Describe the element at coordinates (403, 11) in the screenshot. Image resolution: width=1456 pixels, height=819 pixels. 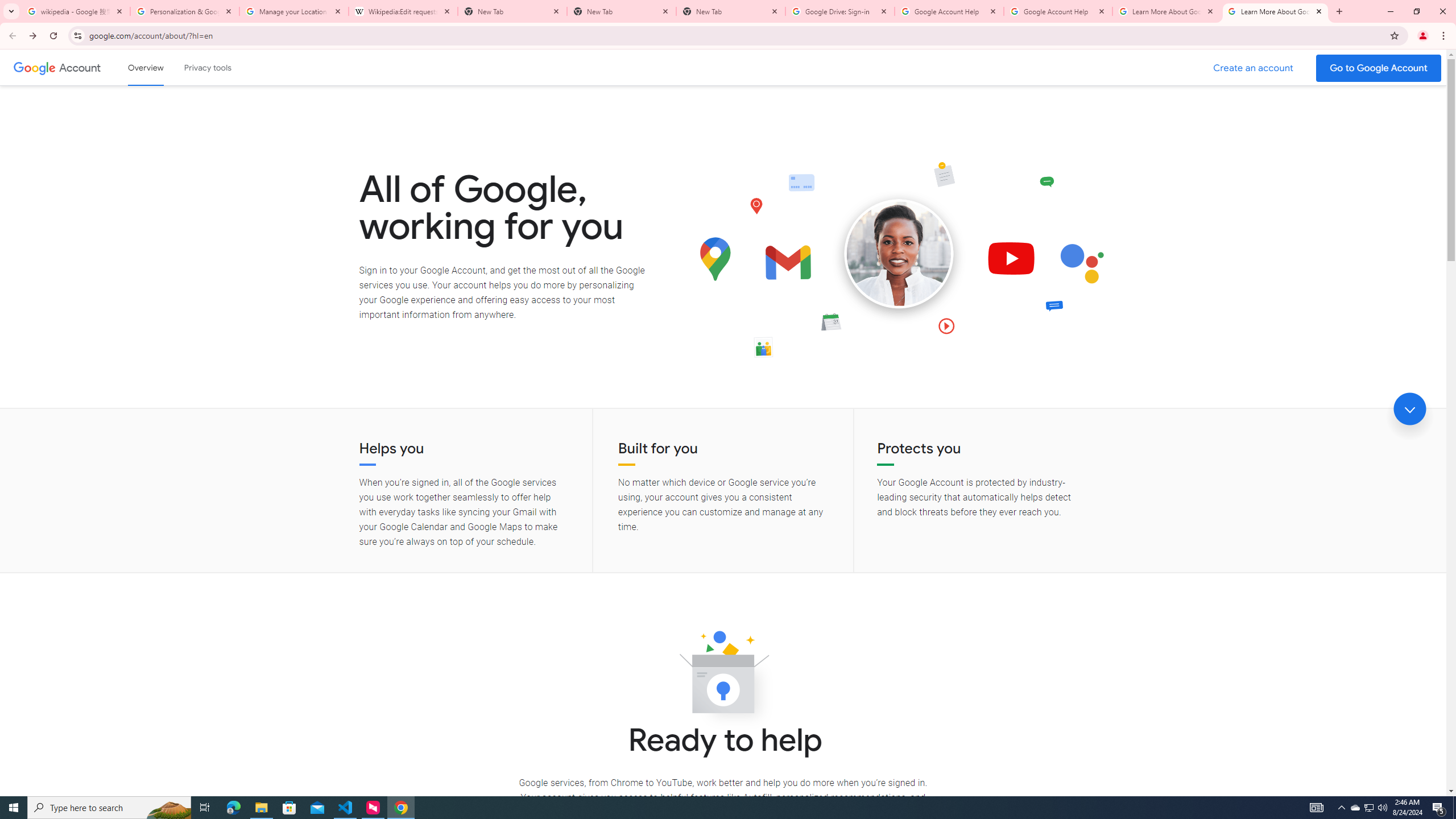
I see `'Wikipedia:Edit requests - Wikipedia'` at that location.